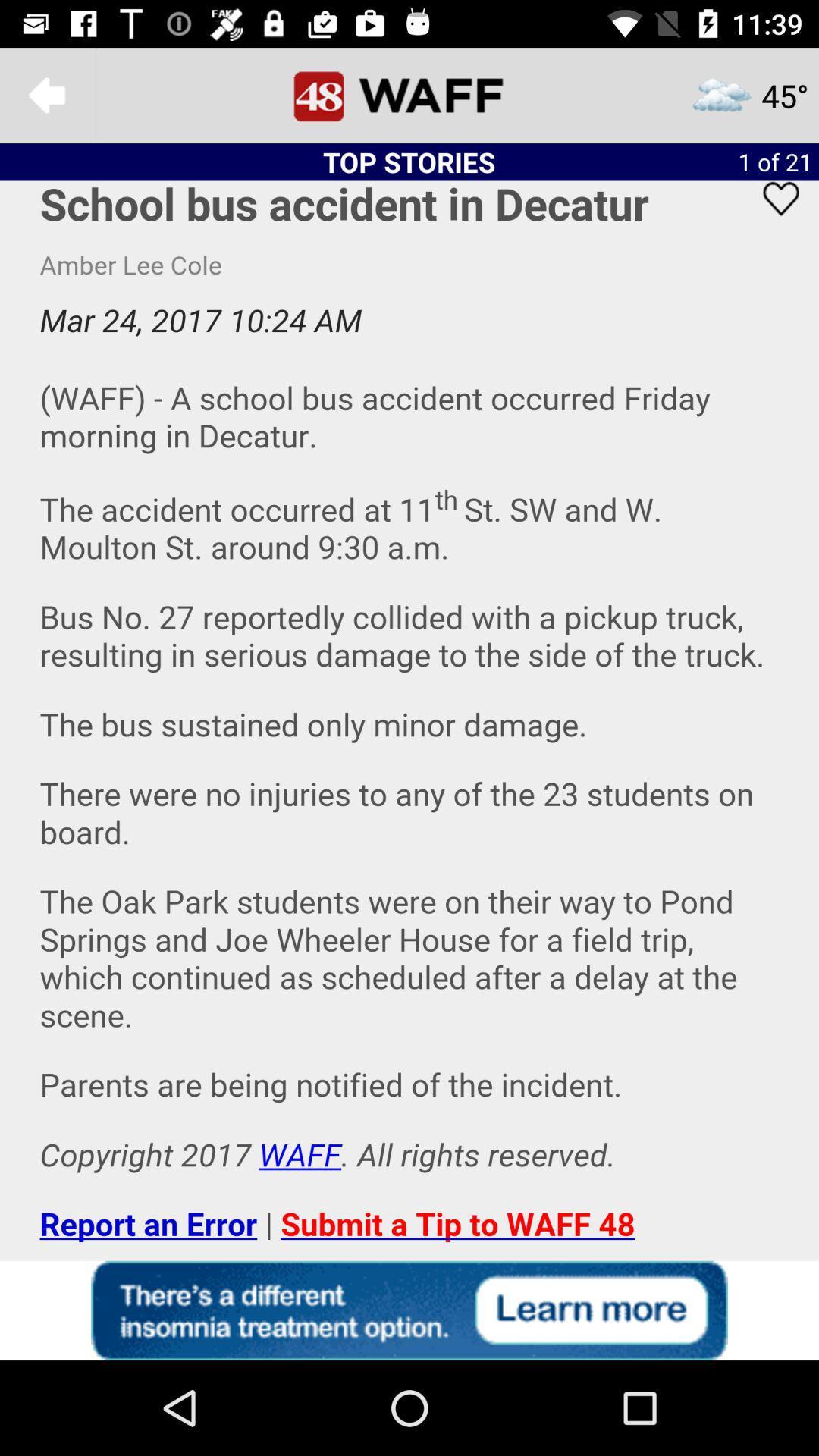  What do you see at coordinates (771, 218) in the screenshot?
I see `mark as favorite` at bounding box center [771, 218].